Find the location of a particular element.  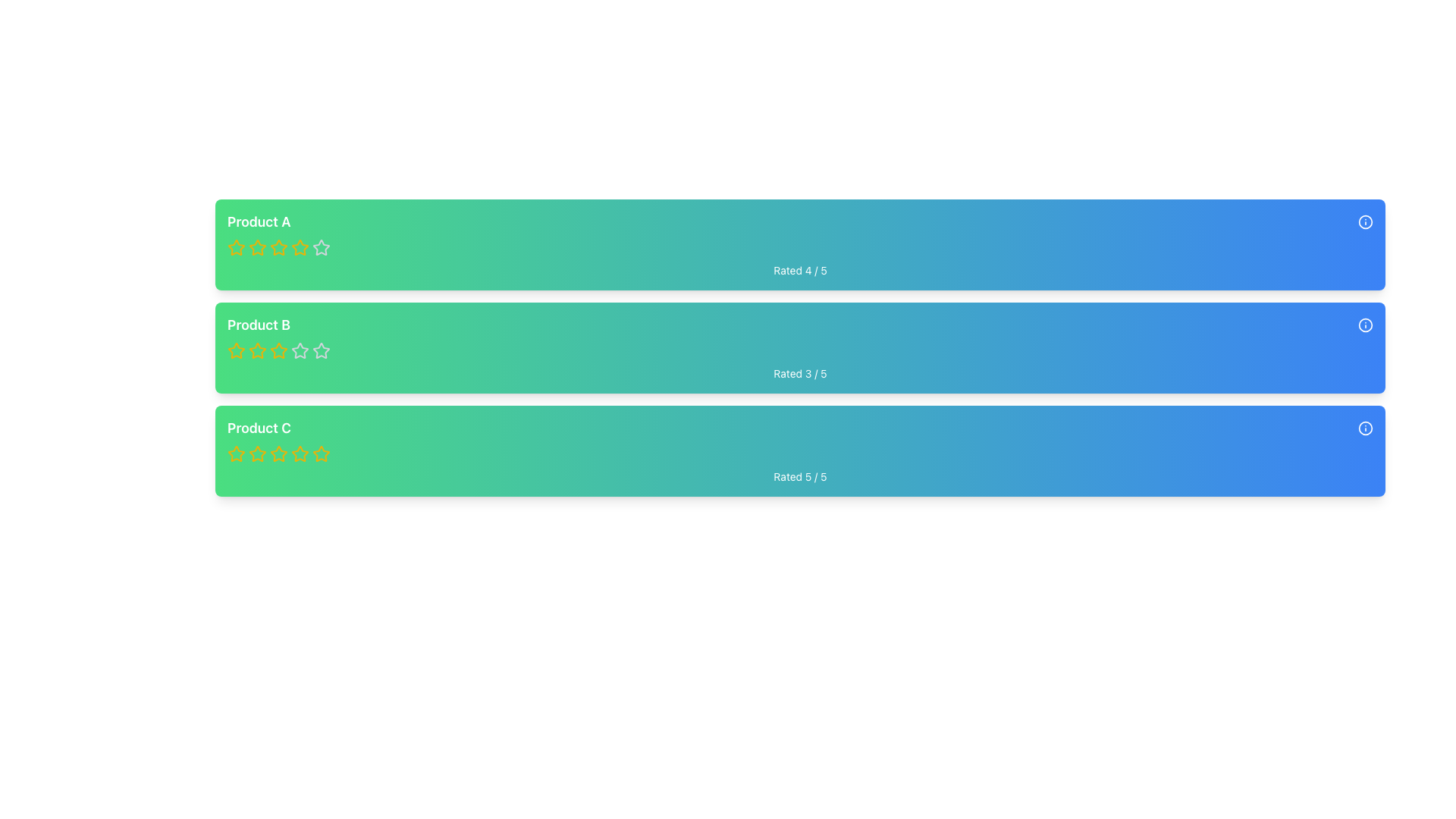

the first star icon with an orange outline and a transparent fill, located next is located at coordinates (236, 246).